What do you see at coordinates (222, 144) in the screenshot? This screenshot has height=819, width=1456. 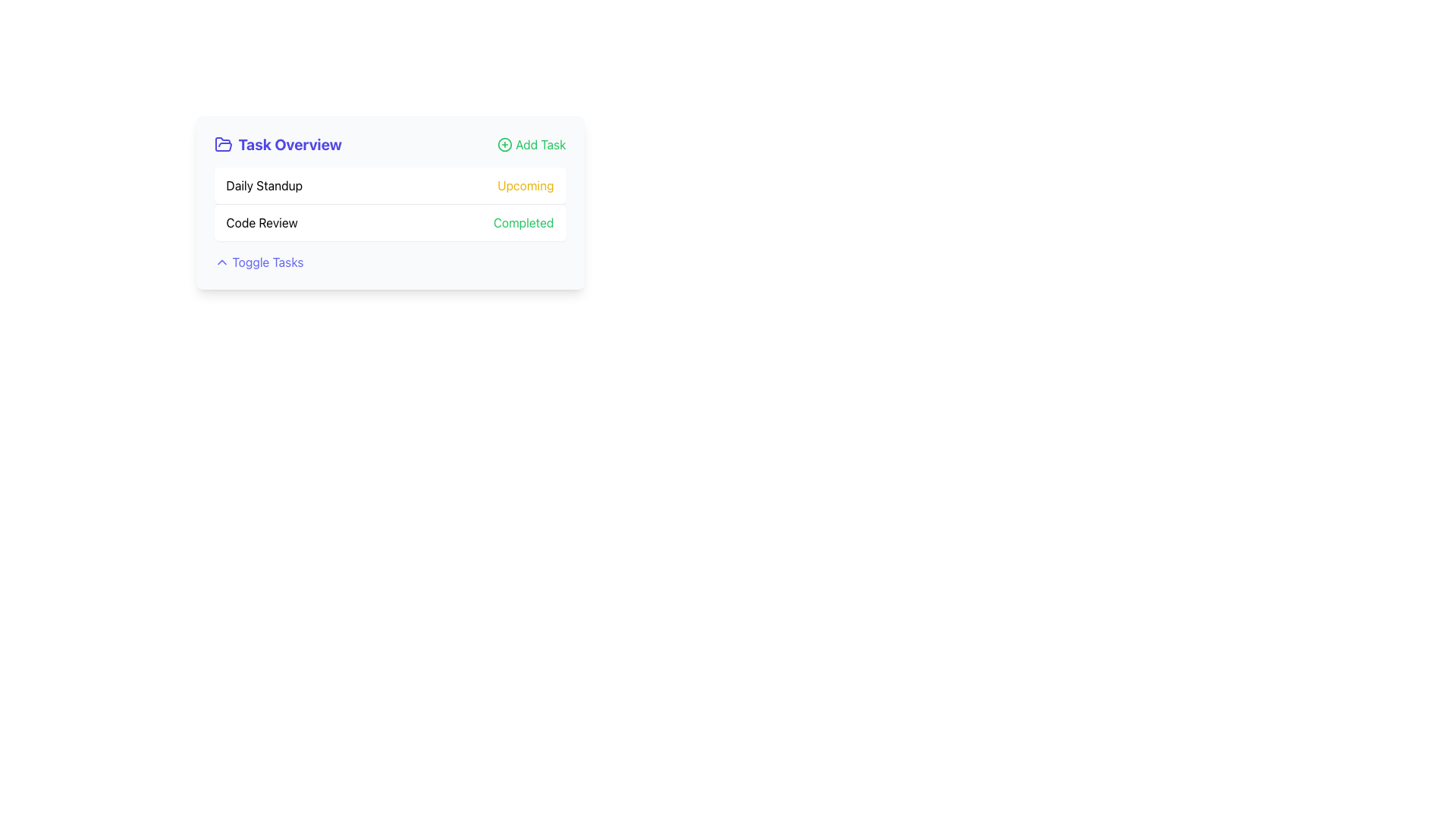 I see `the open folder icon located to the left of the 'Task Overview' title, which is styled with blue strokes and a bold outline` at bounding box center [222, 144].